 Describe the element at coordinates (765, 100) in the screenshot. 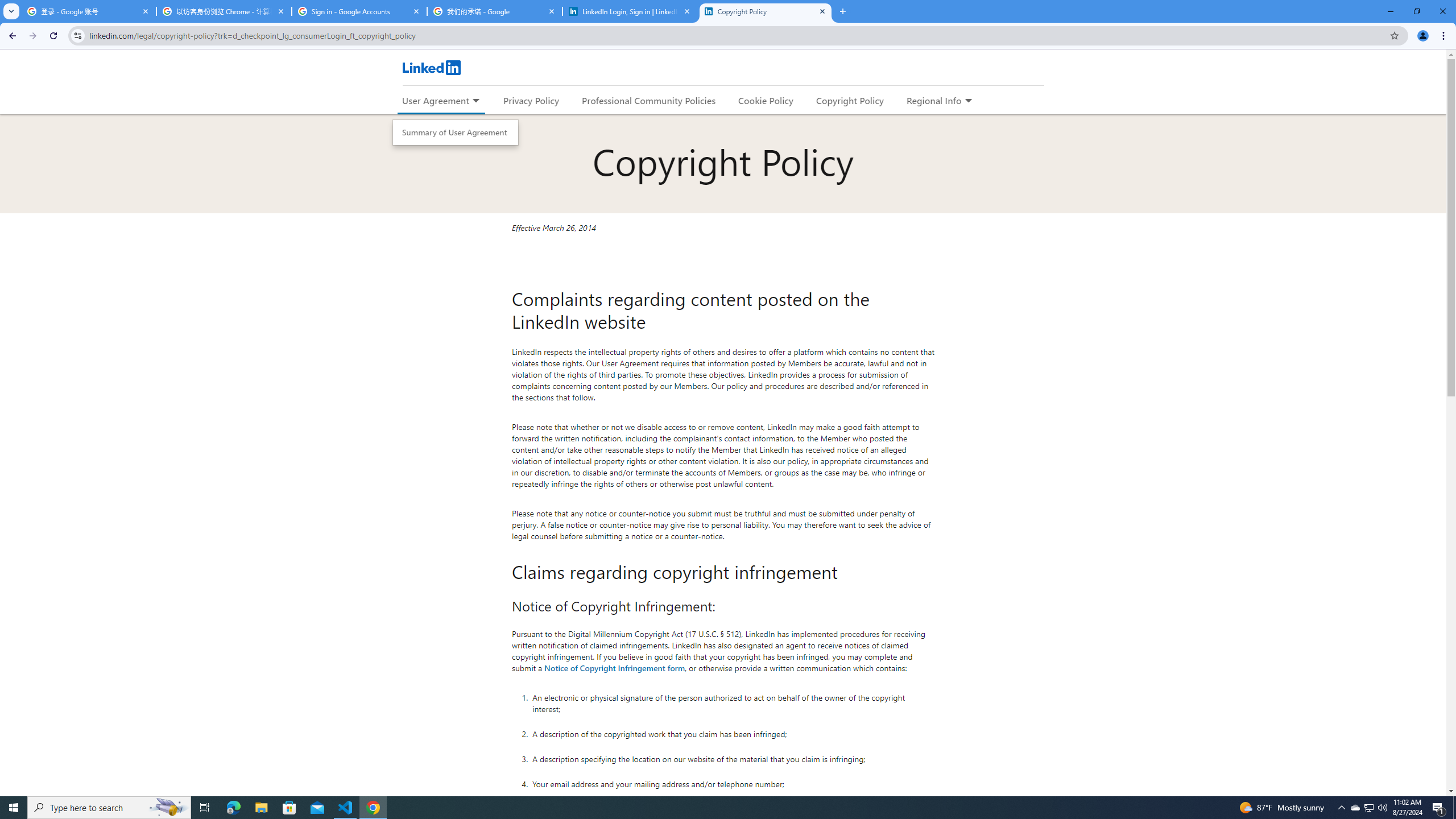

I see `'Cookie Policy'` at that location.